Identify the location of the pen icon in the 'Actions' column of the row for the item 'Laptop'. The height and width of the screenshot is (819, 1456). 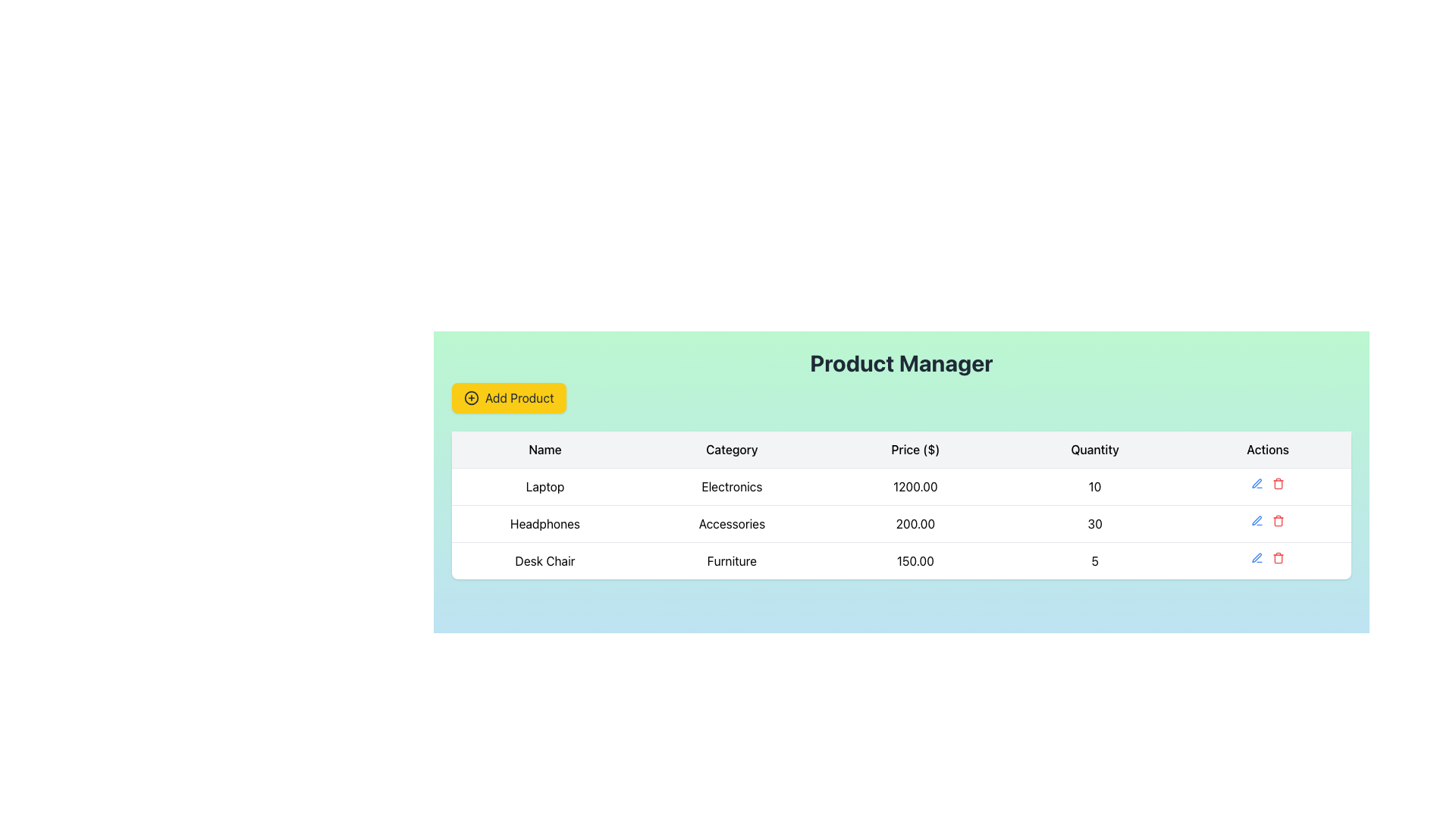
(1268, 483).